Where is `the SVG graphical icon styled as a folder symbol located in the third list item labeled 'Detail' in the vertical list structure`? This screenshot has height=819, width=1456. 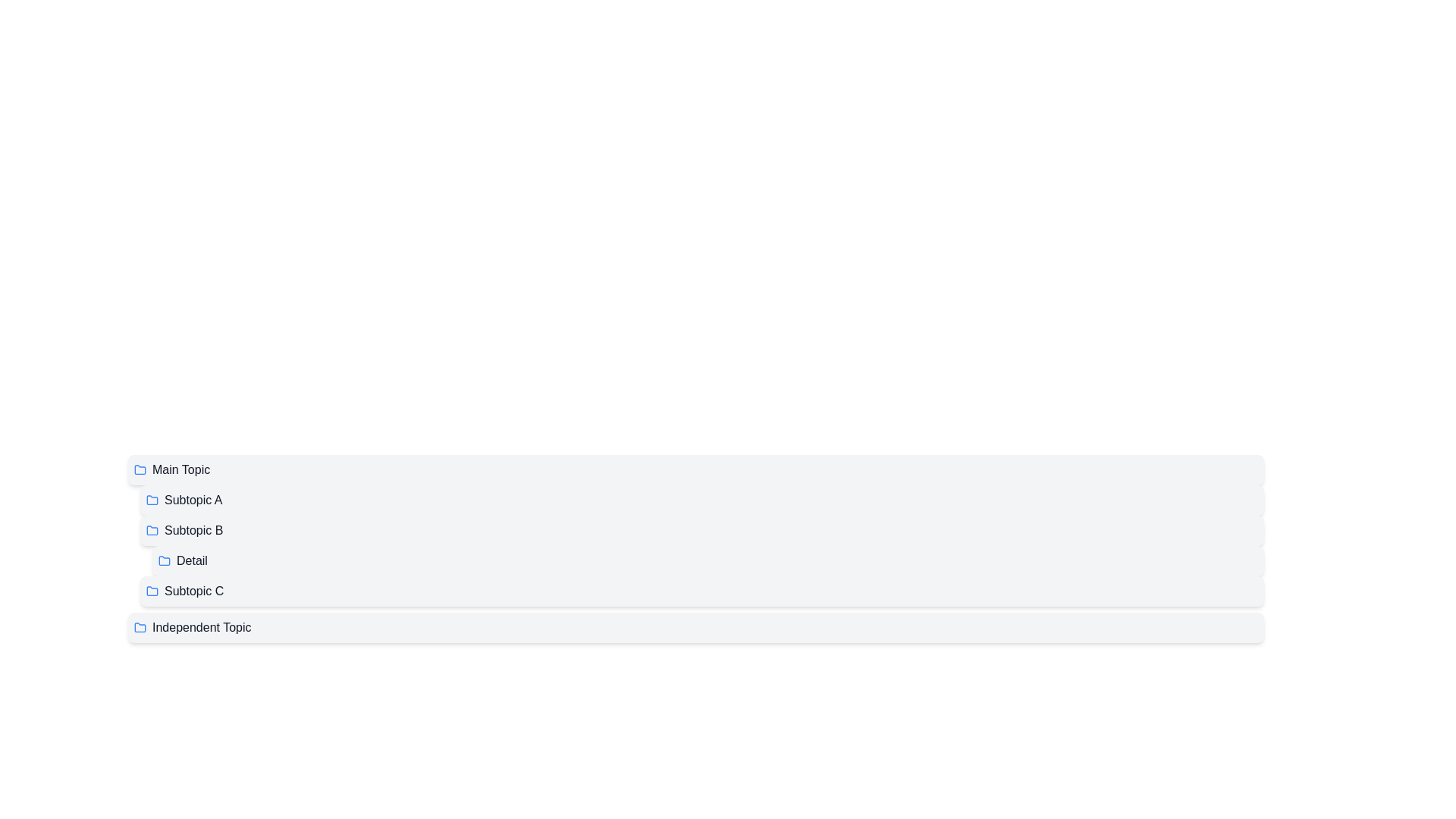 the SVG graphical icon styled as a folder symbol located in the third list item labeled 'Detail' in the vertical list structure is located at coordinates (164, 560).